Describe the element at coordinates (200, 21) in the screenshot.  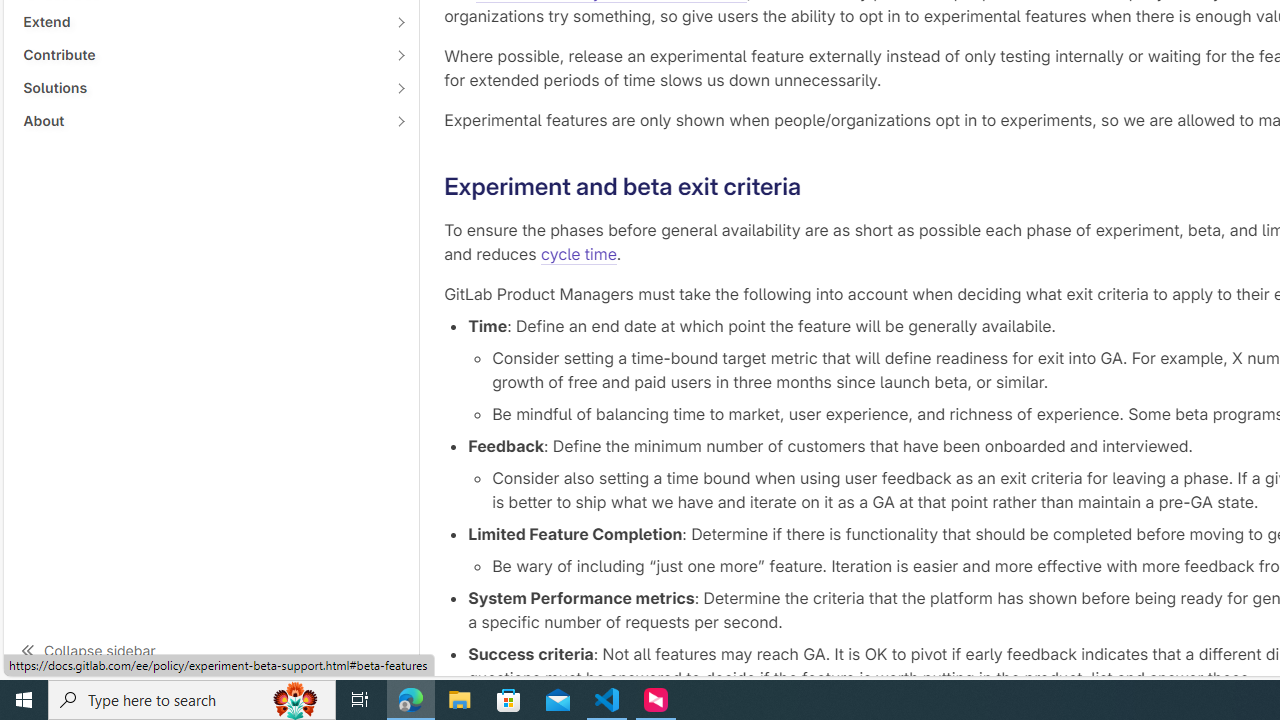
I see `'Extend'` at that location.